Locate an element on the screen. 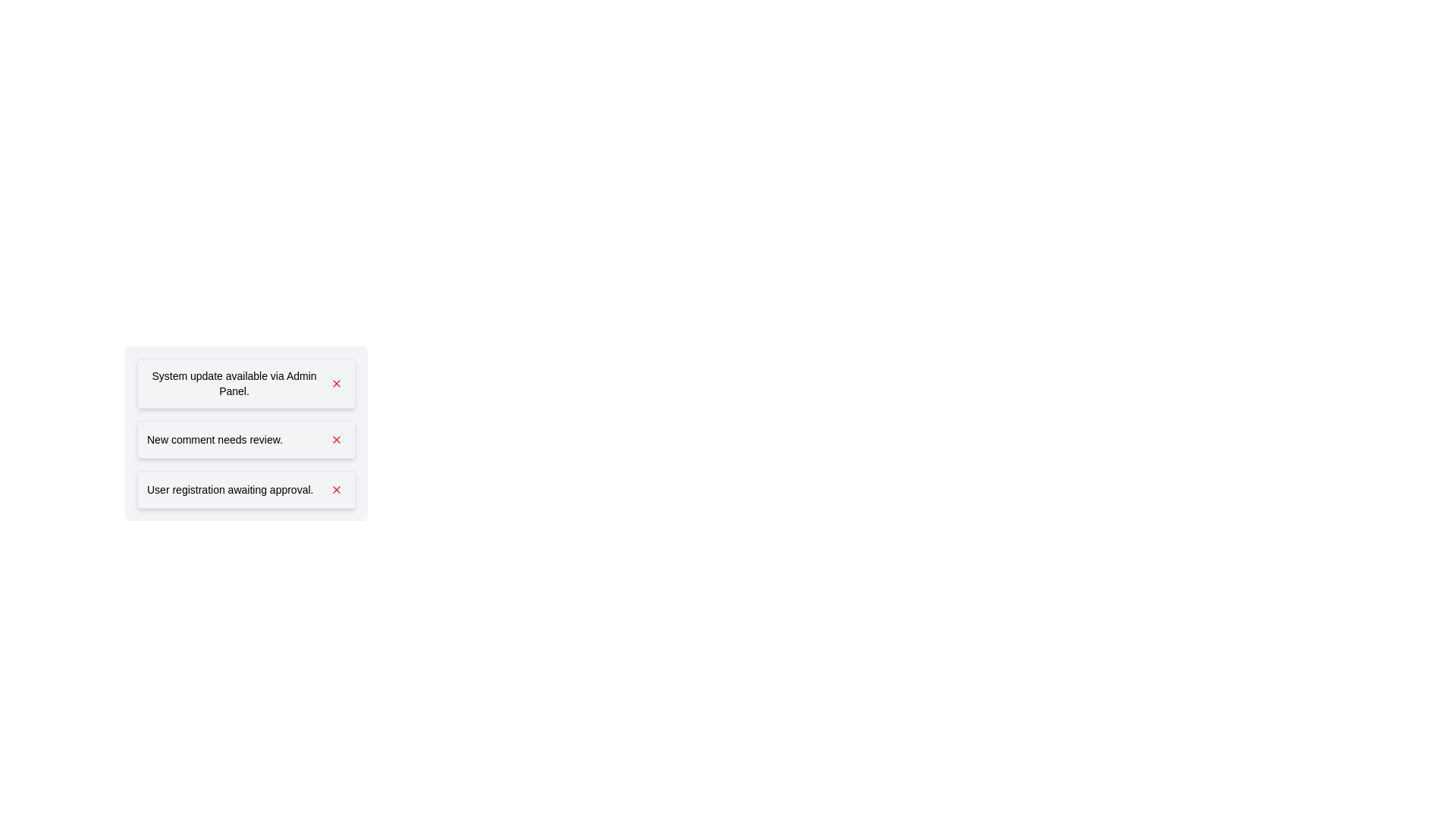  the status message text label indicating pending user registration approval, located at the center of the third notification box is located at coordinates (229, 489).